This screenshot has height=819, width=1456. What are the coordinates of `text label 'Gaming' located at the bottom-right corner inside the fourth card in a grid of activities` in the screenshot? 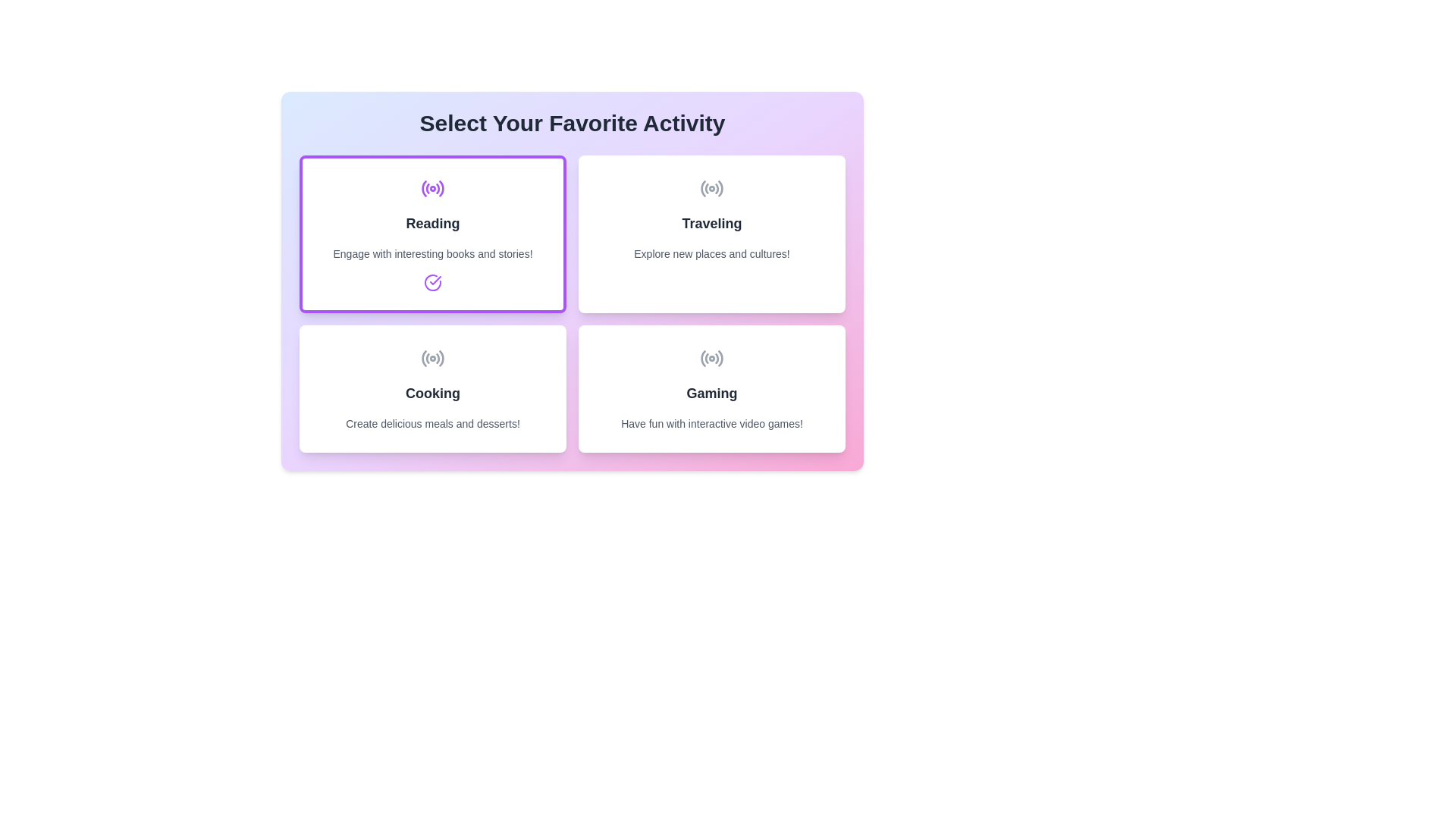 It's located at (711, 393).